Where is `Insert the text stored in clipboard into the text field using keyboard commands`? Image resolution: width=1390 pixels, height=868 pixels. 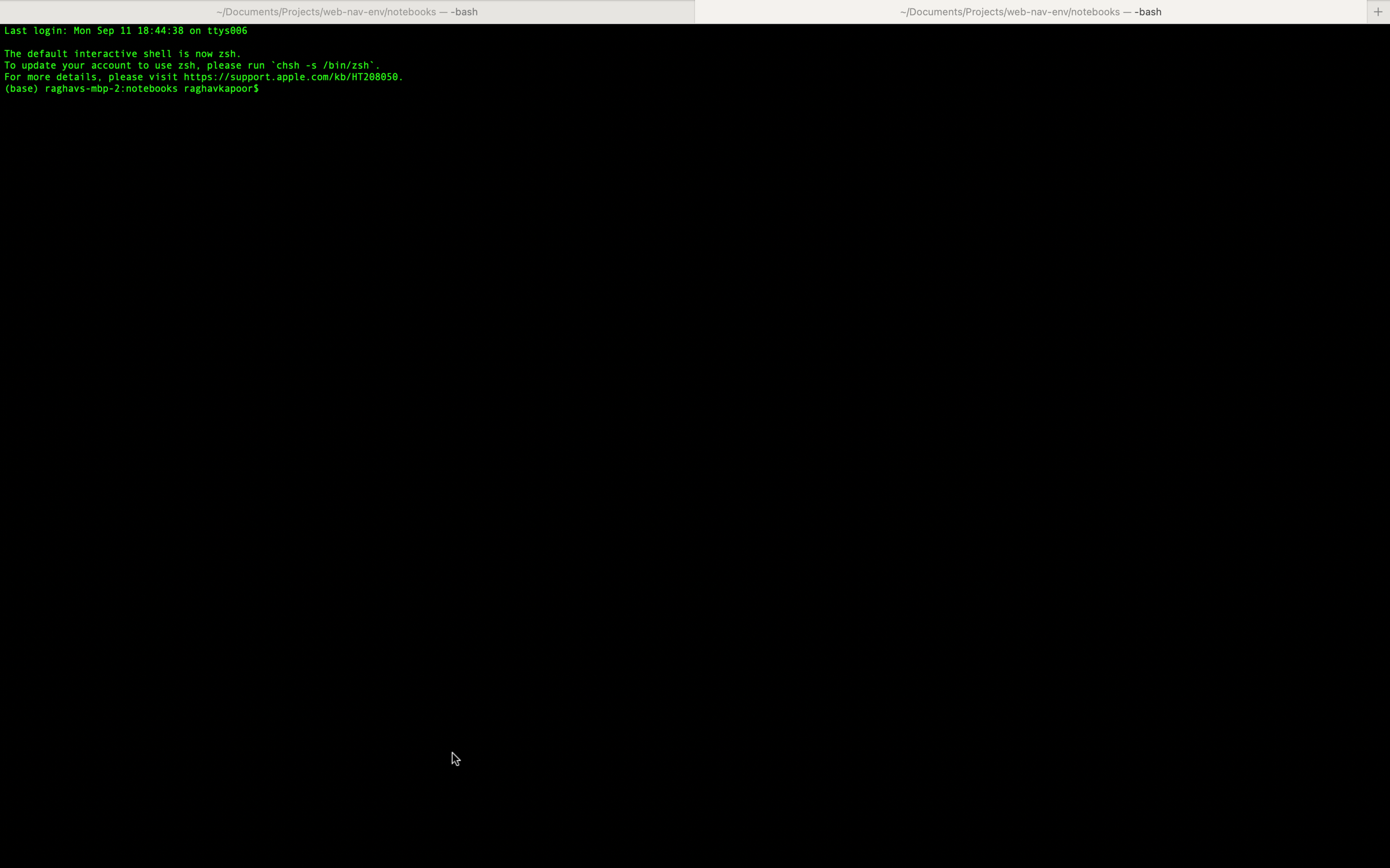
Insert the text stored in clipboard into the text field using keyboard commands is located at coordinates (825, 87).